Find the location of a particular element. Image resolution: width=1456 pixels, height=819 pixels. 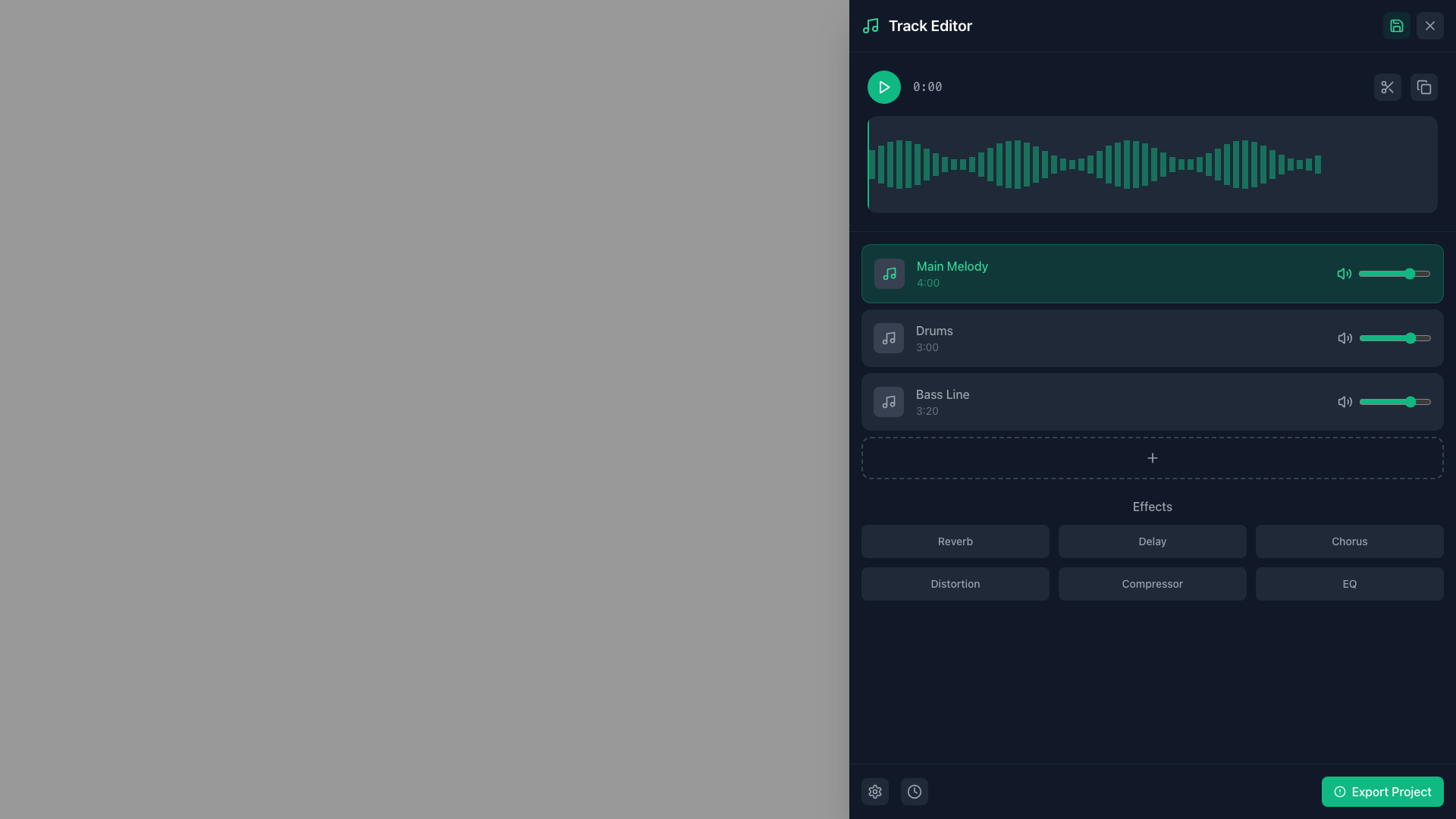

the semi-transparent emerald green vertical rectangle in the waveform display, which is part of a sequence of bars representing waveform visualization is located at coordinates (926, 164).